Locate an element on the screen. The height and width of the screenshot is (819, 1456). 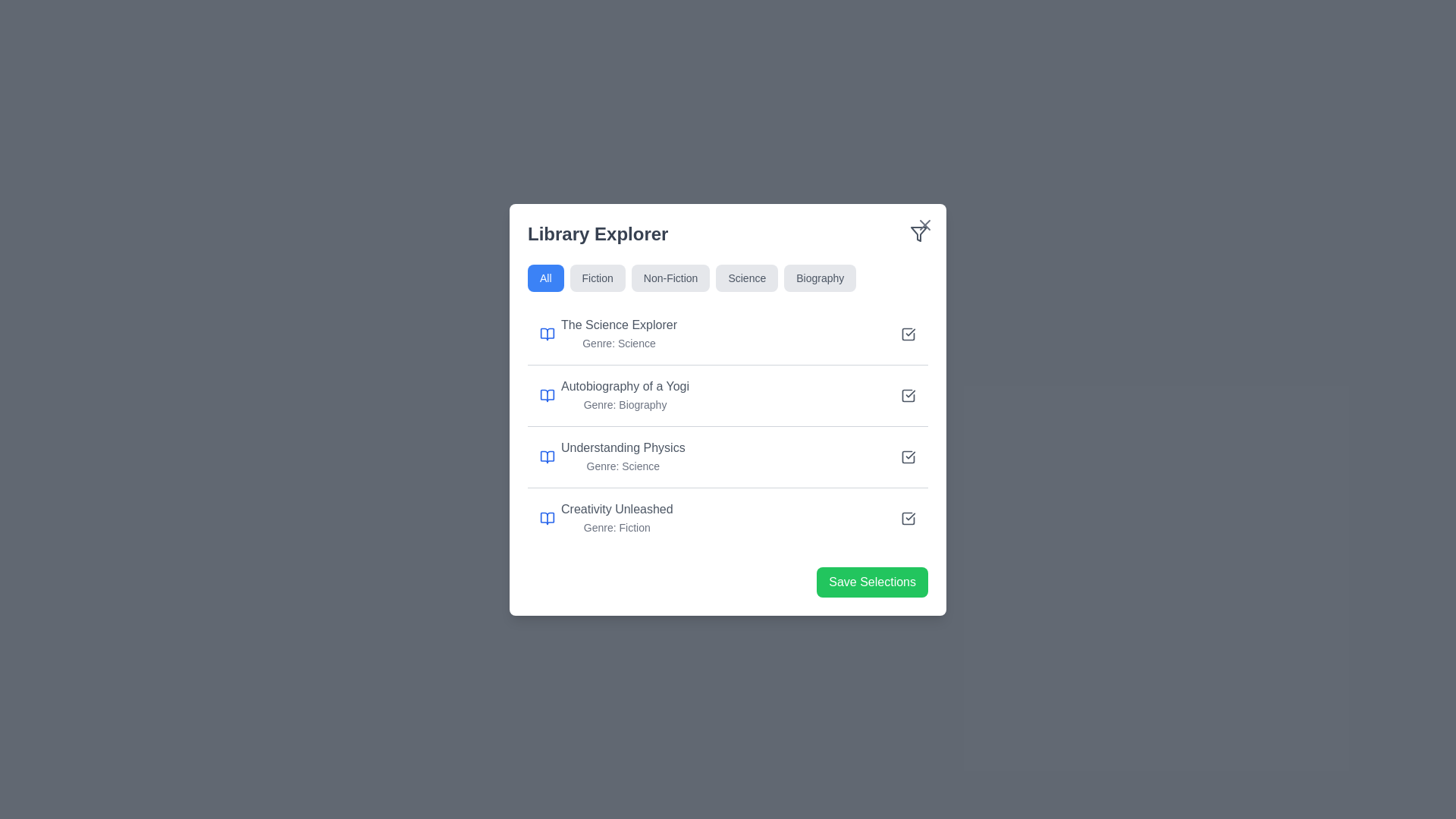
the 'Creativity Unleashed' text with icon element, which displays the title in a medium-weight font and genre in a lighter font, with a blue open book icon to the left is located at coordinates (605, 517).